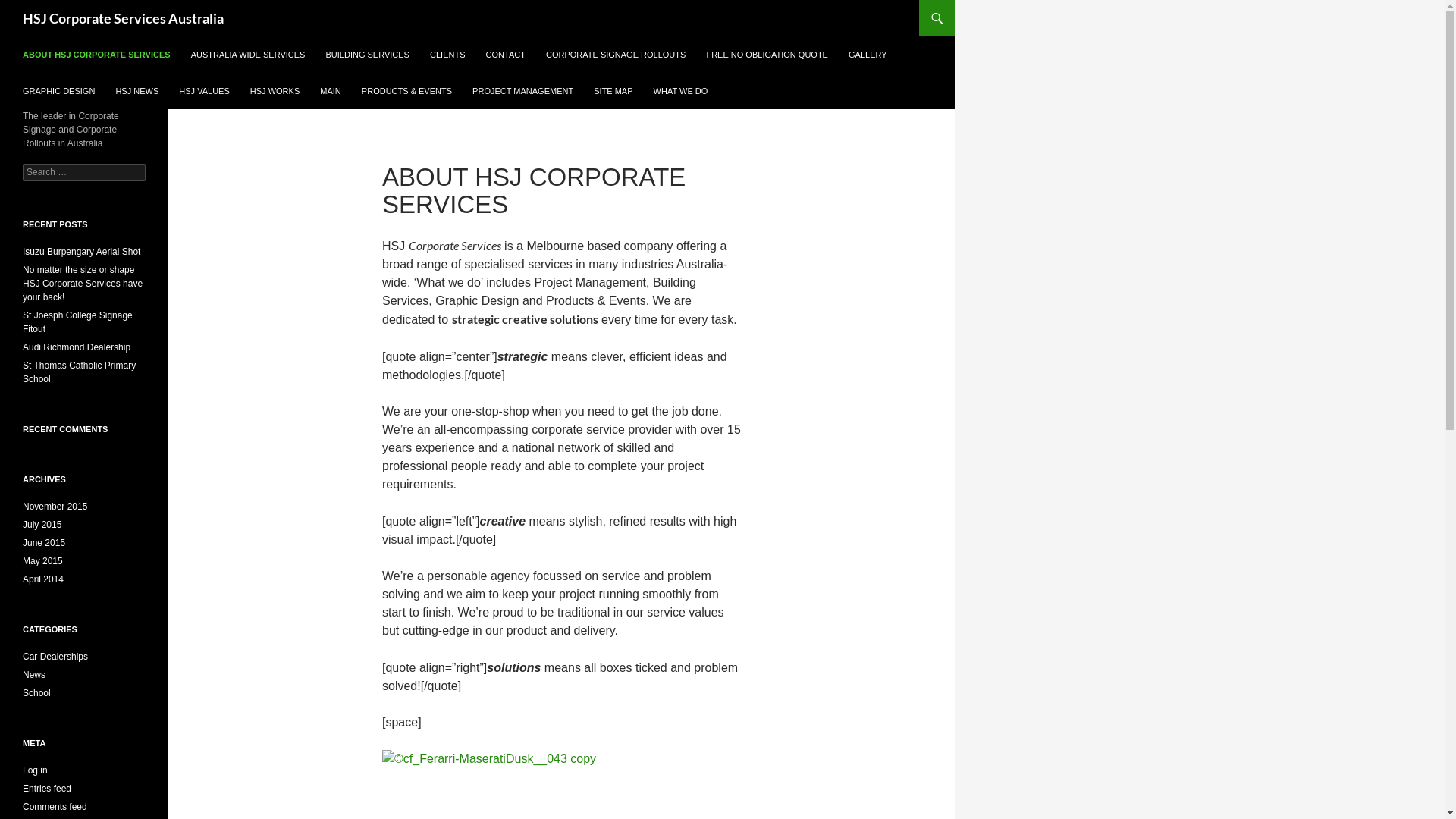 Image resolution: width=1456 pixels, height=819 pixels. I want to click on 'St Thomas Catholic Primary School', so click(78, 372).